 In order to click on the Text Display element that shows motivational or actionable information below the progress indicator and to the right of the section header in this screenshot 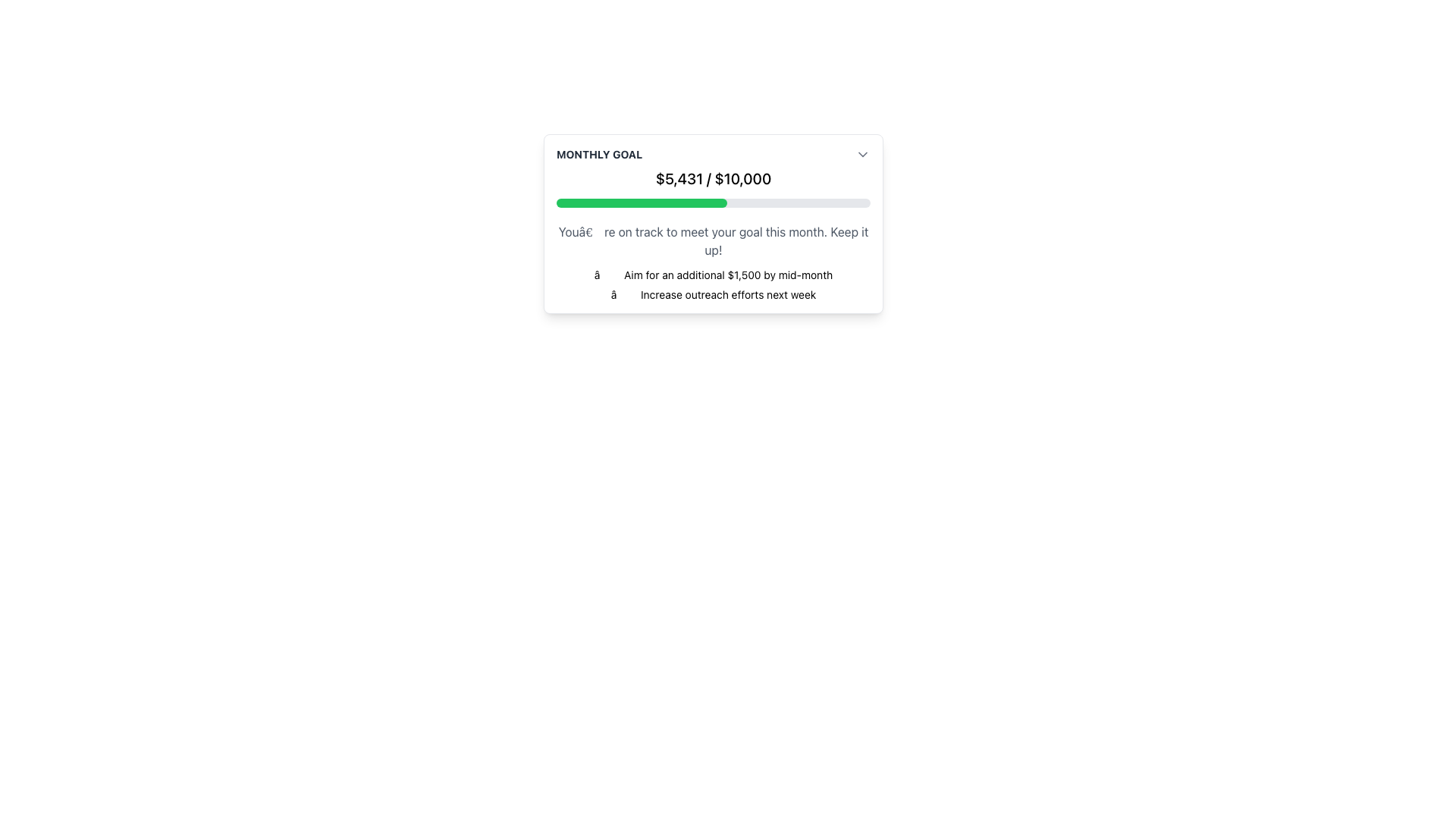, I will do `click(712, 284)`.